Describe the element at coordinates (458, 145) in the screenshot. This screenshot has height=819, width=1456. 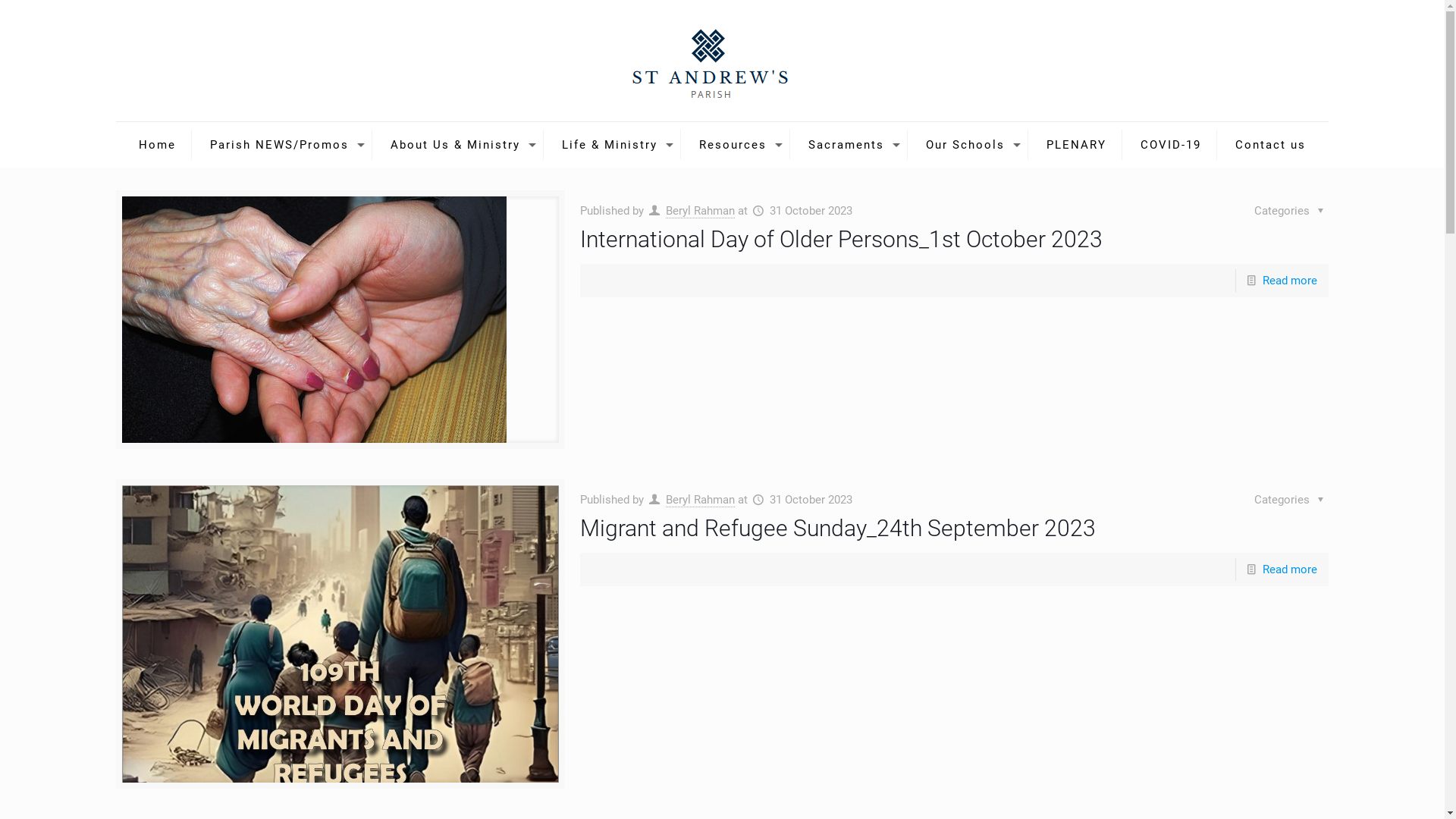
I see `'About Us & Ministry'` at that location.